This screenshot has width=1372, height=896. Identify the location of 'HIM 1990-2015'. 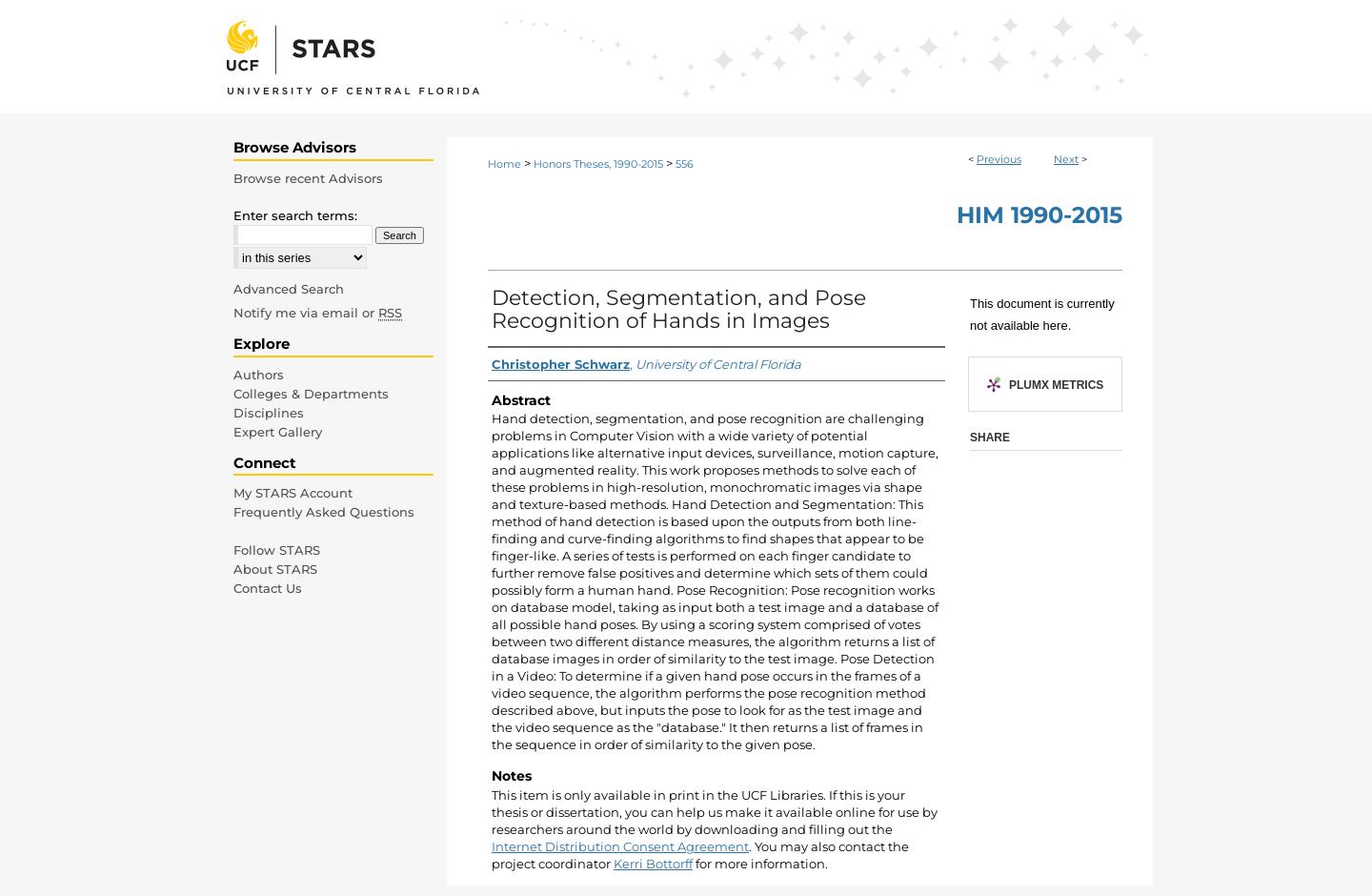
(1038, 214).